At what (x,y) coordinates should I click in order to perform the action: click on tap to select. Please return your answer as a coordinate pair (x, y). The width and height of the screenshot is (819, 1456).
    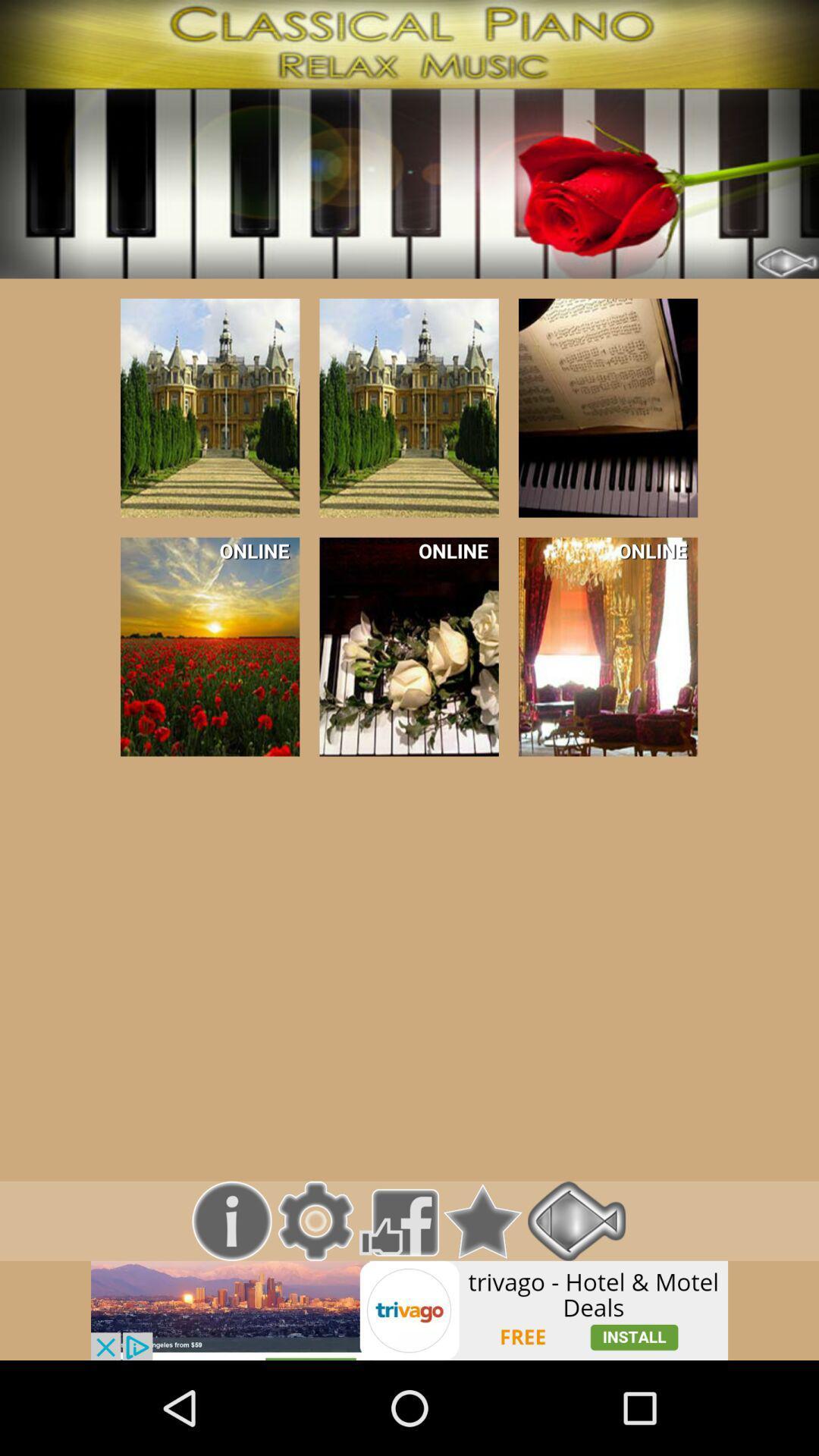
    Looking at the image, I should click on (607, 408).